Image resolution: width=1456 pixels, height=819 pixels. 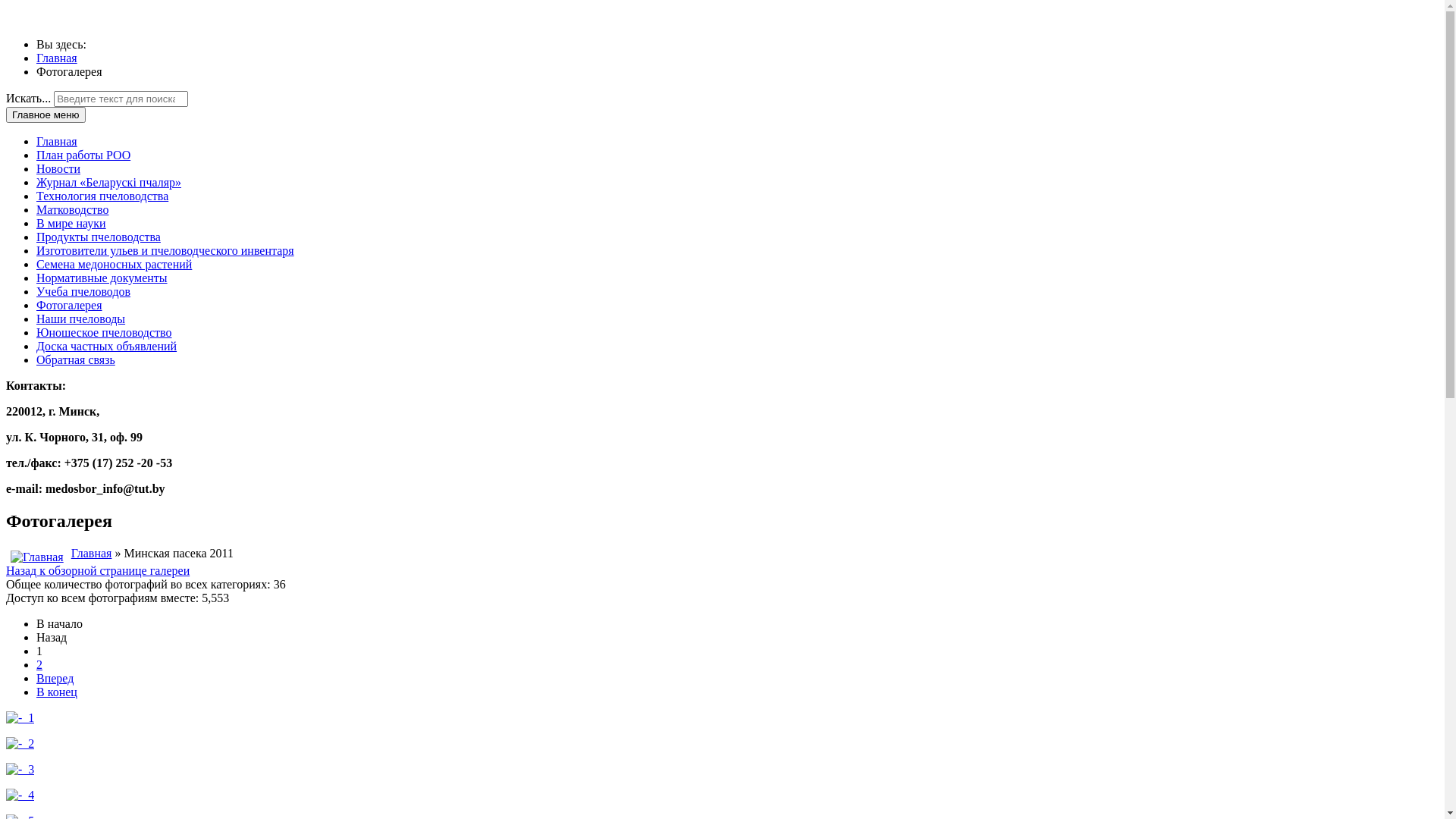 What do you see at coordinates (20, 794) in the screenshot?
I see `'-_4'` at bounding box center [20, 794].